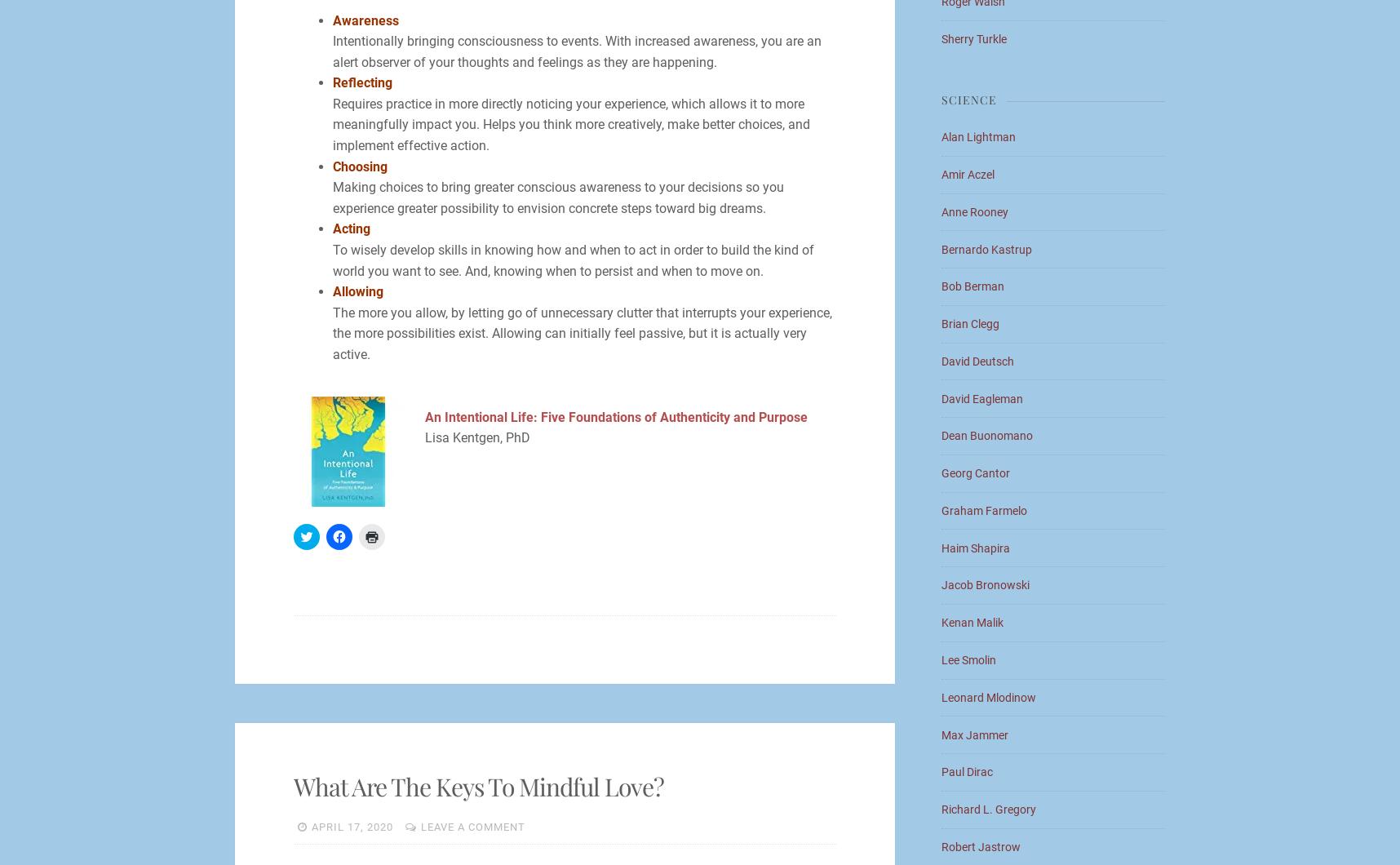 This screenshot has height=865, width=1400. I want to click on 'Max Jammer', so click(975, 734).